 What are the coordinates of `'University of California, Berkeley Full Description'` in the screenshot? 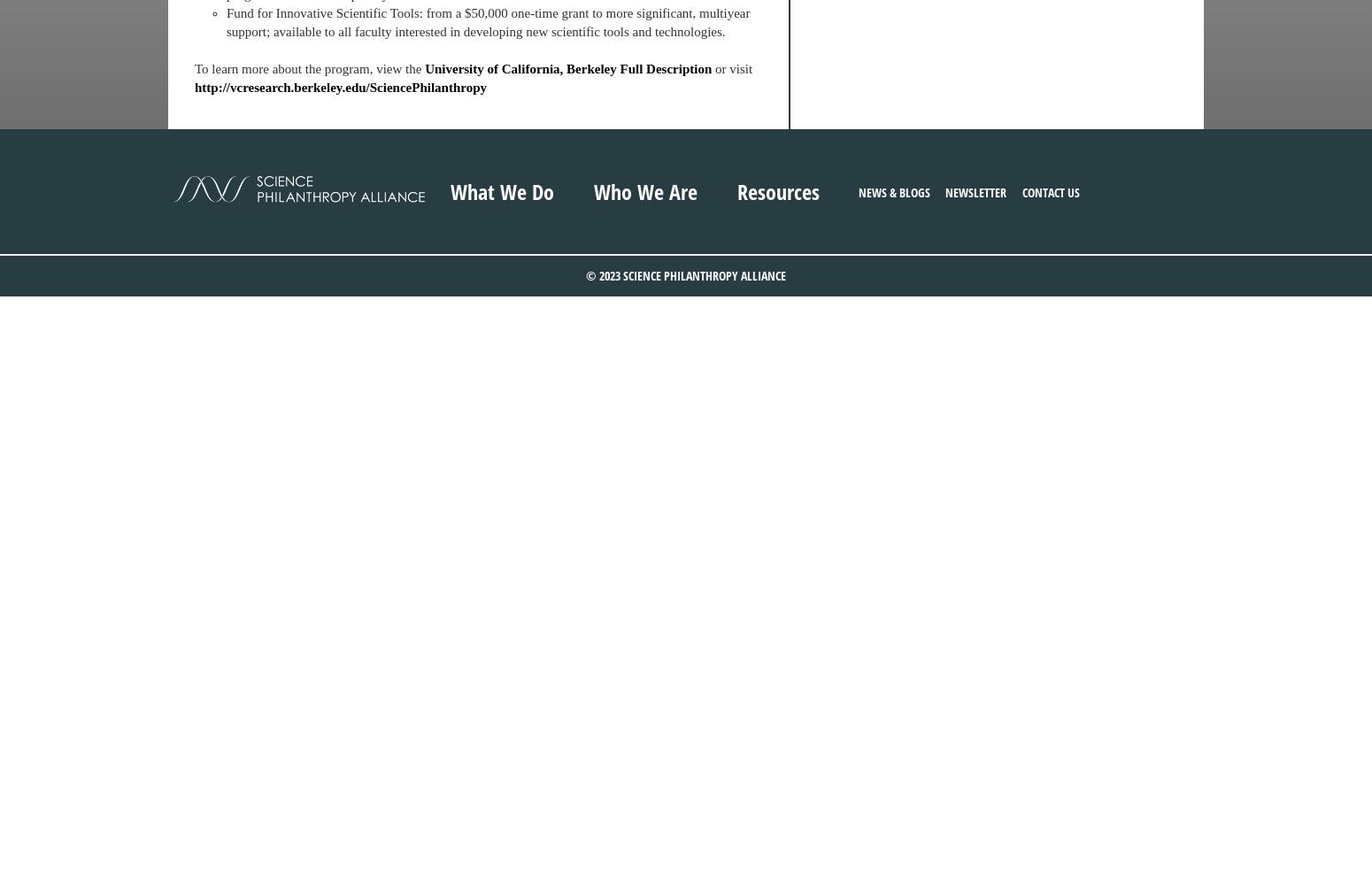 It's located at (567, 68).